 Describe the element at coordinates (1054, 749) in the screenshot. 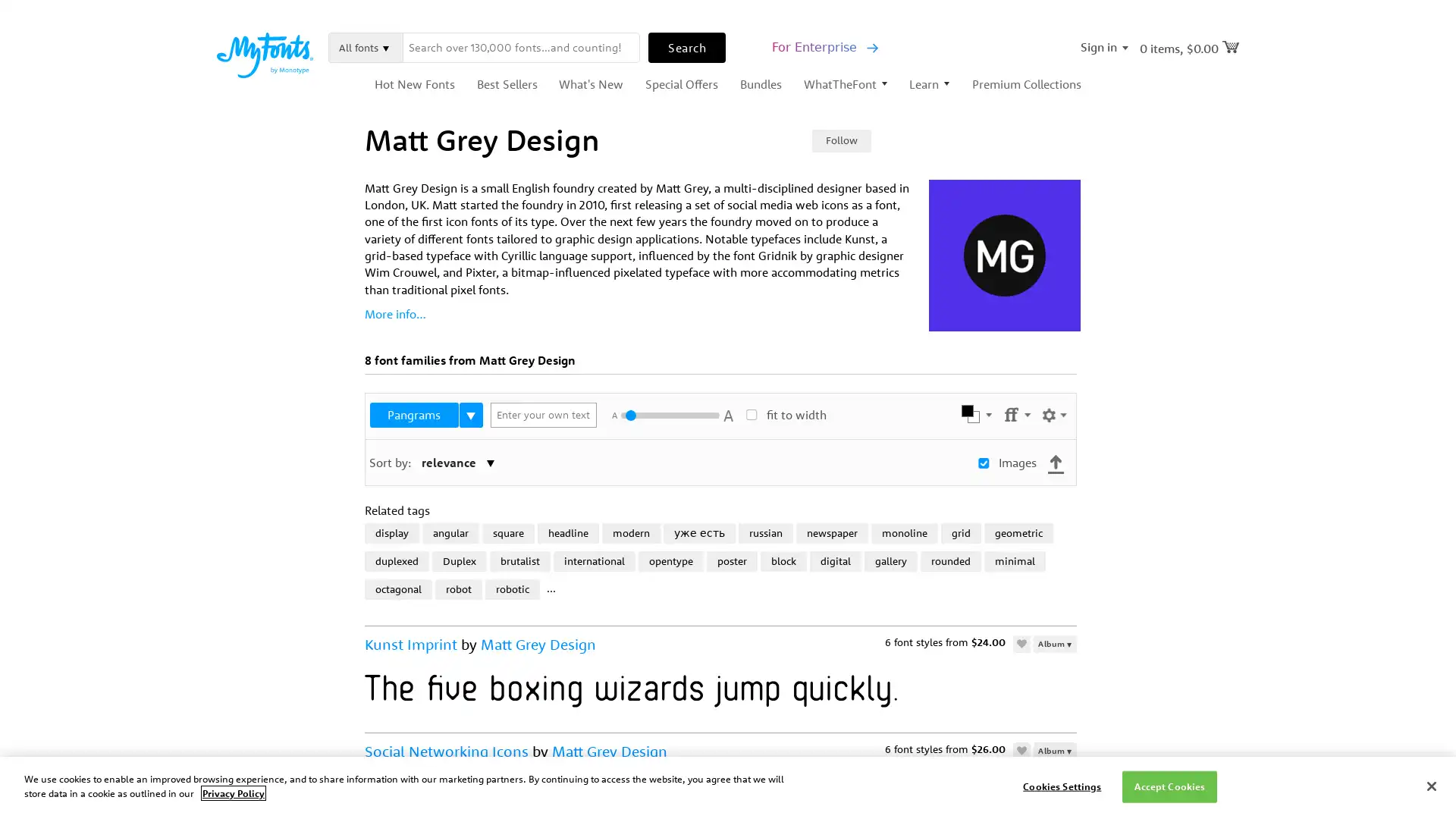

I see `Album` at that location.